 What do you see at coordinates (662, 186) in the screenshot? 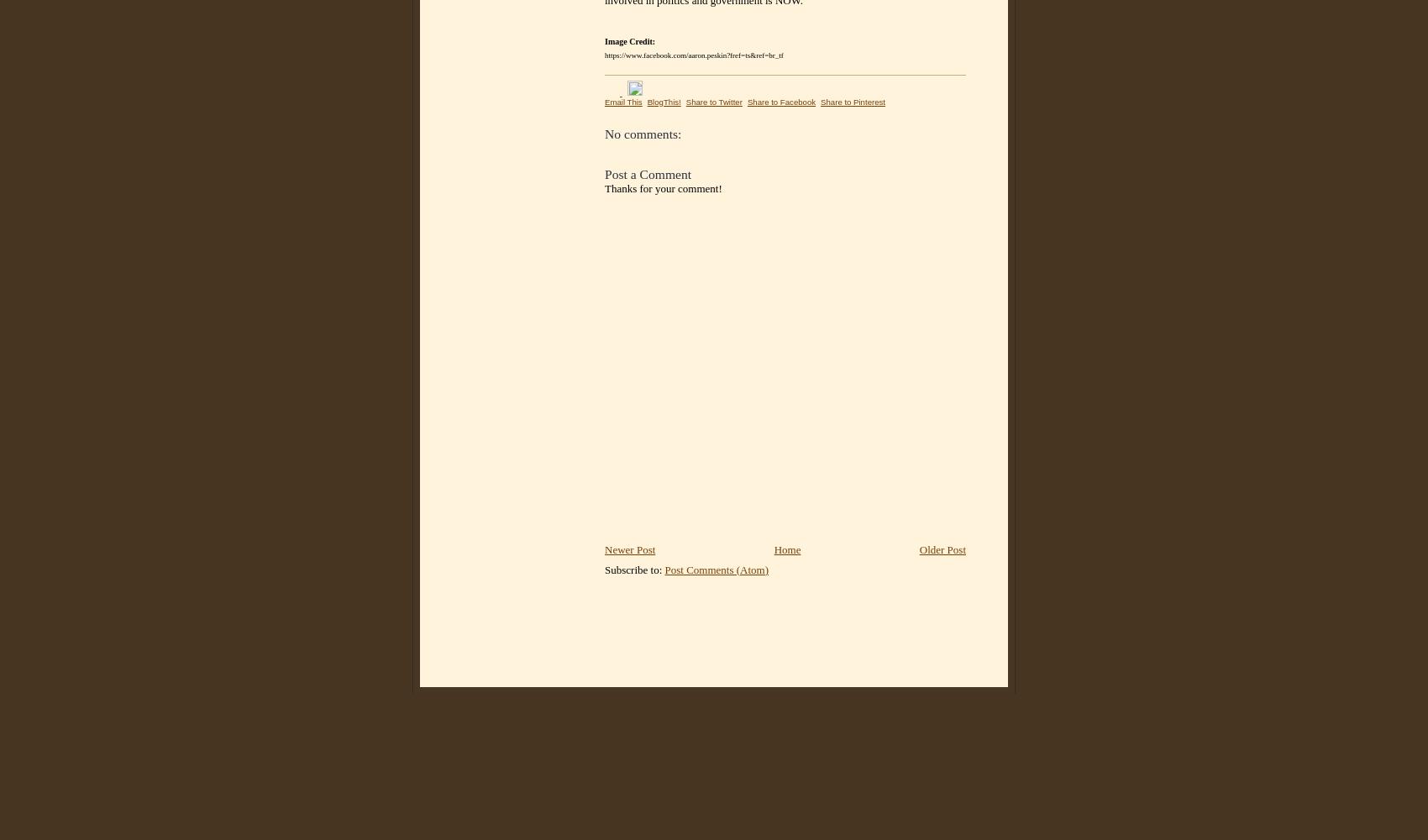
I see `'Thanks for your comment!'` at bounding box center [662, 186].